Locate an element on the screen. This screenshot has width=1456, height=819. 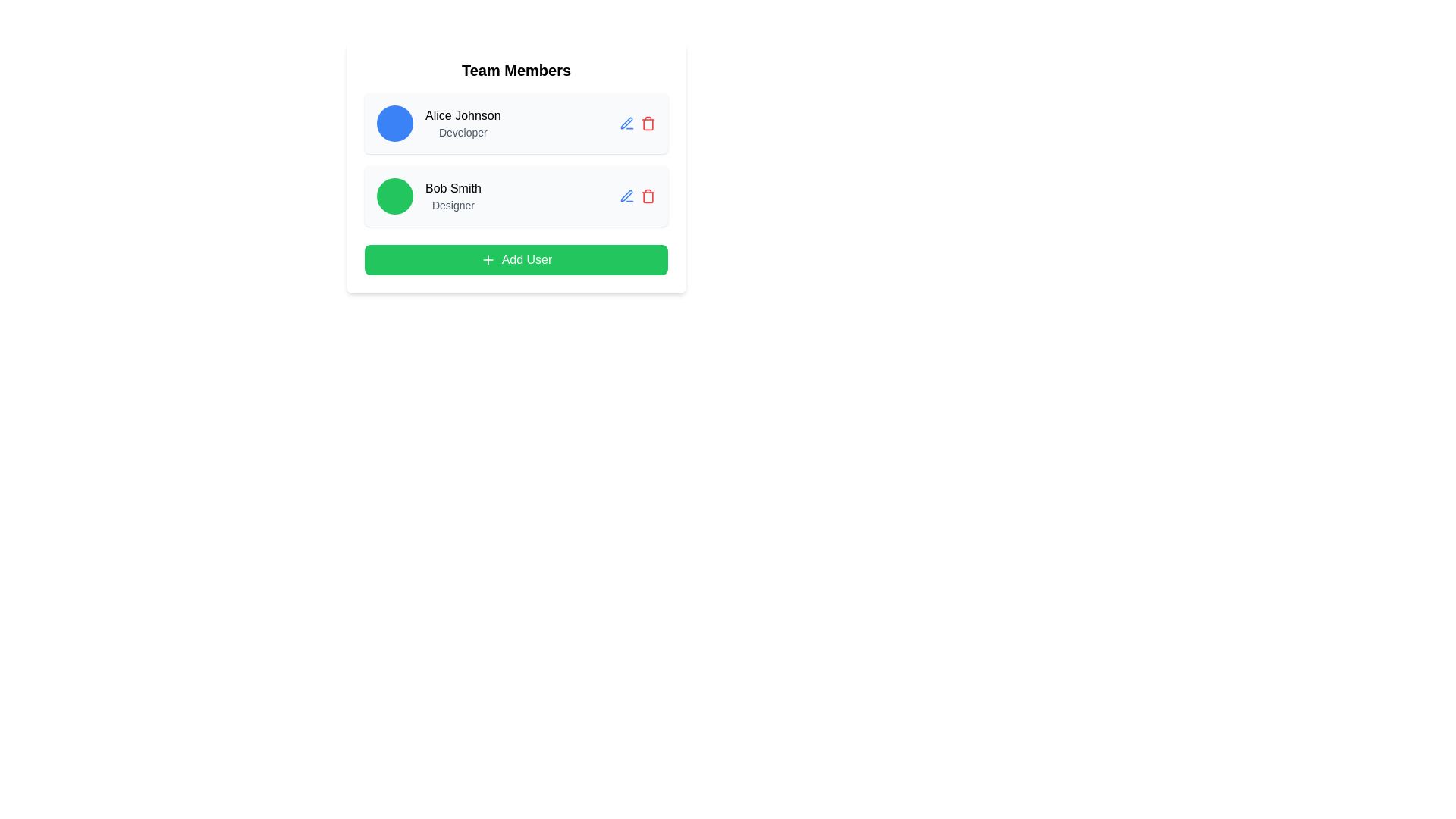
the text label displaying 'Alice Johnson' is located at coordinates (462, 115).